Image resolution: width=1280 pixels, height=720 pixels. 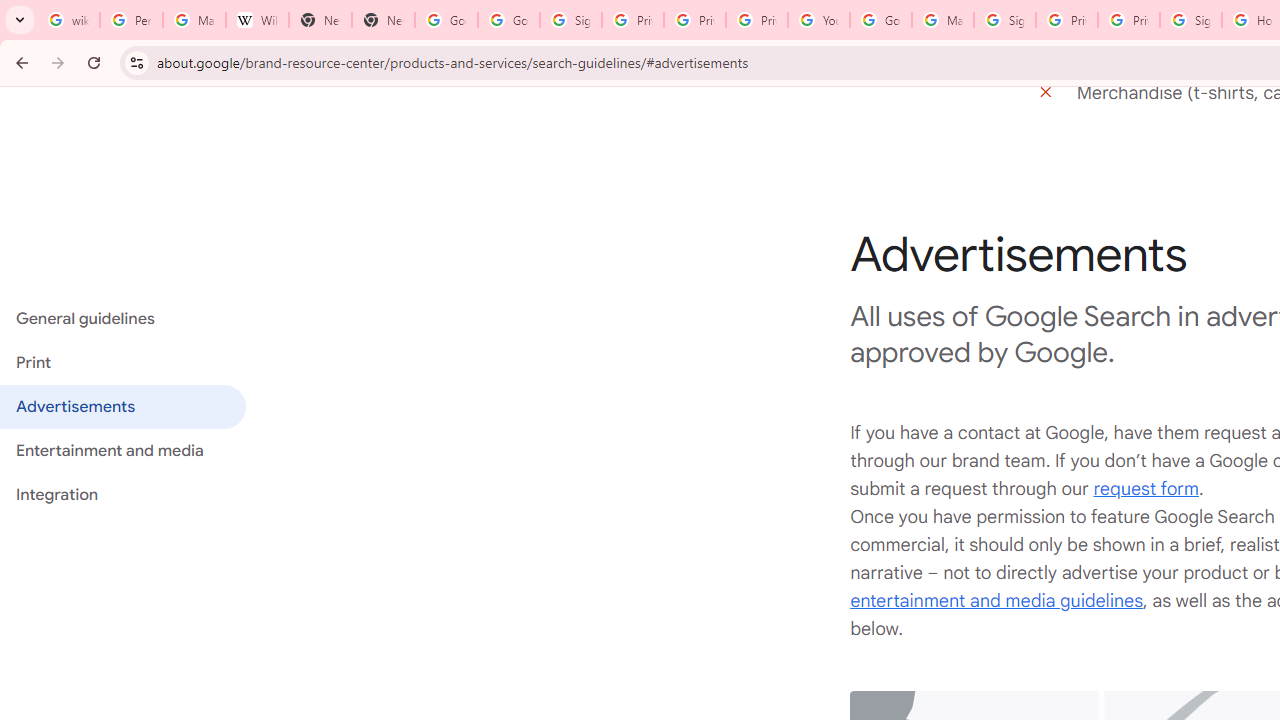 I want to click on 'New Tab', so click(x=320, y=20).